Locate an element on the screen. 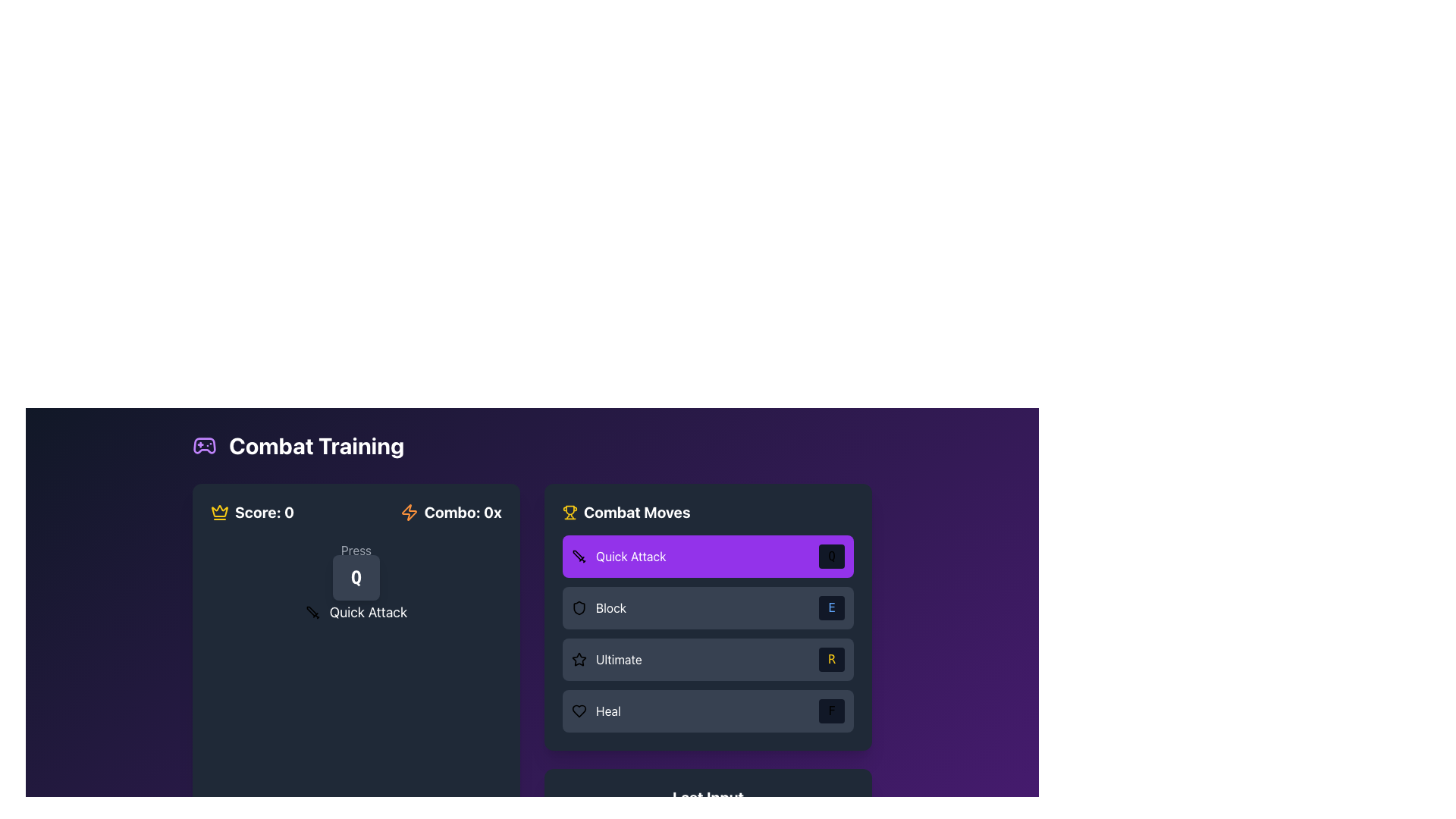  the small rectangular button with a rounded border, dark gray background, and yellow 'R' text, located in the bottom-right corner of the 'Ultimate' list item in the 'Combat Moves' section is located at coordinates (831, 659).